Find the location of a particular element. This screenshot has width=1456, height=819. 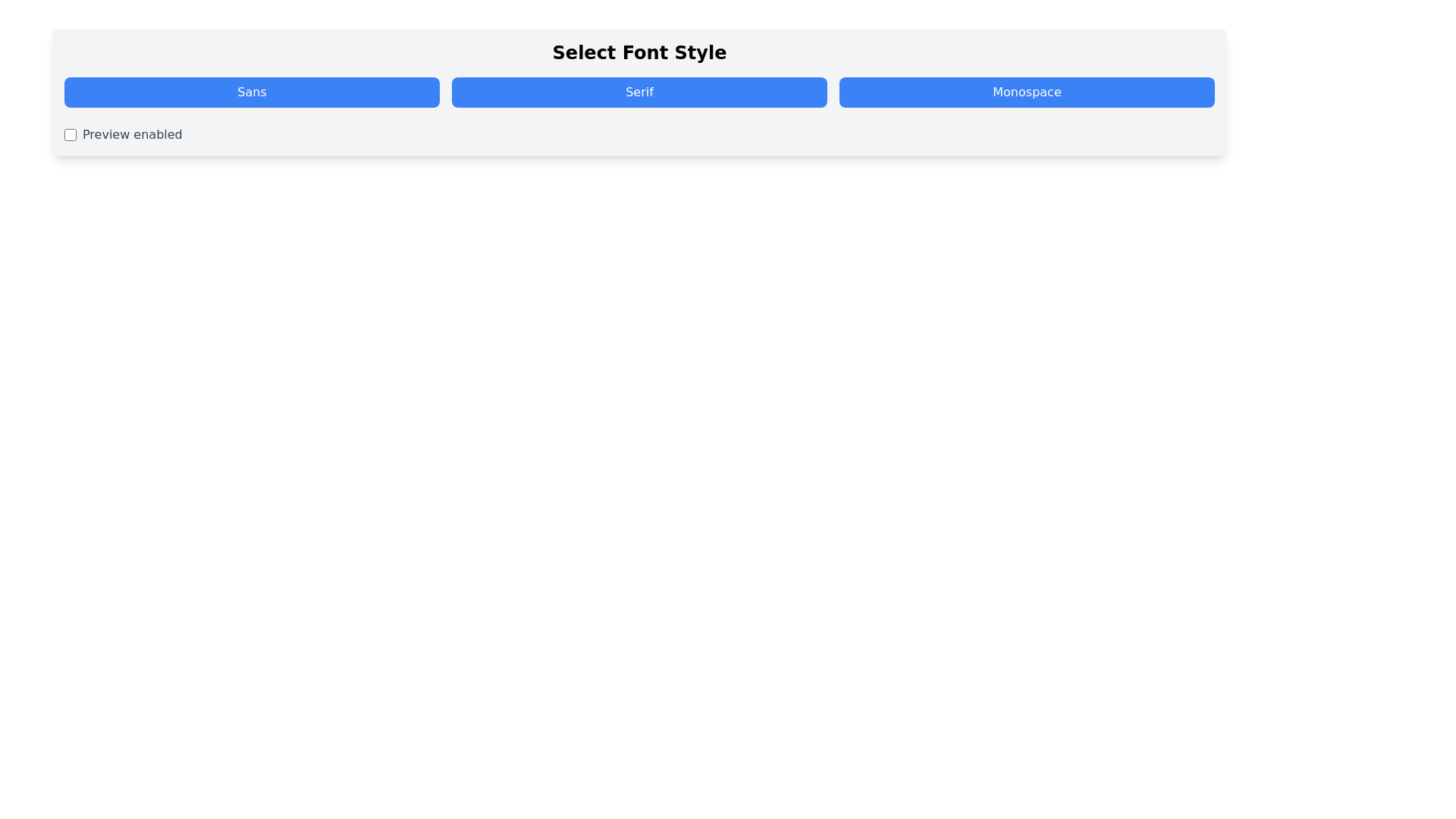

the 'Serif' font style button, which is the second button in a row labeled 'Sans', 'Serif', and 'Monospace' is located at coordinates (639, 93).